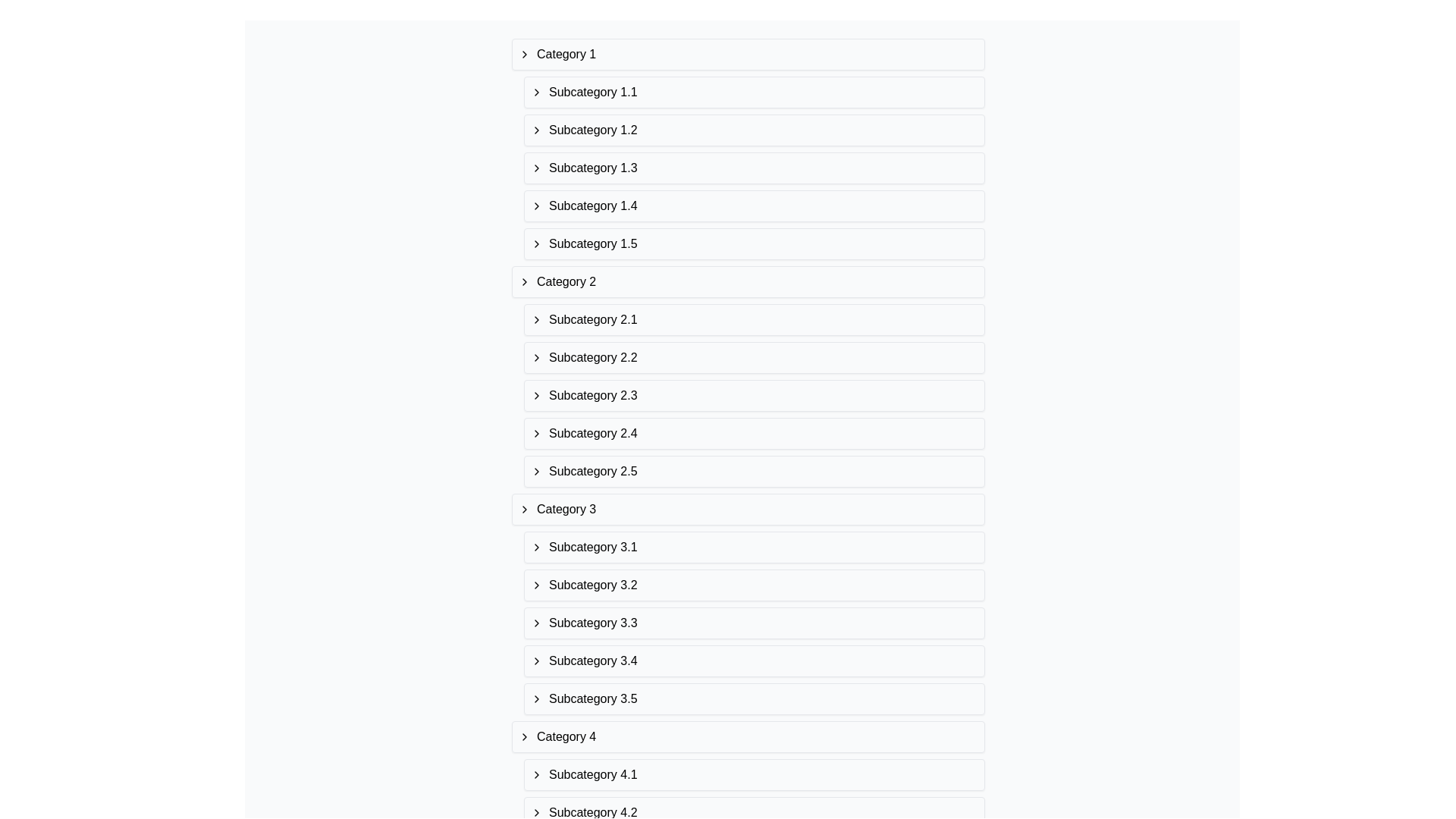 The width and height of the screenshot is (1456, 819). What do you see at coordinates (754, 318) in the screenshot?
I see `the first row of the 'Subcategory' list under 'Category 2'` at bounding box center [754, 318].